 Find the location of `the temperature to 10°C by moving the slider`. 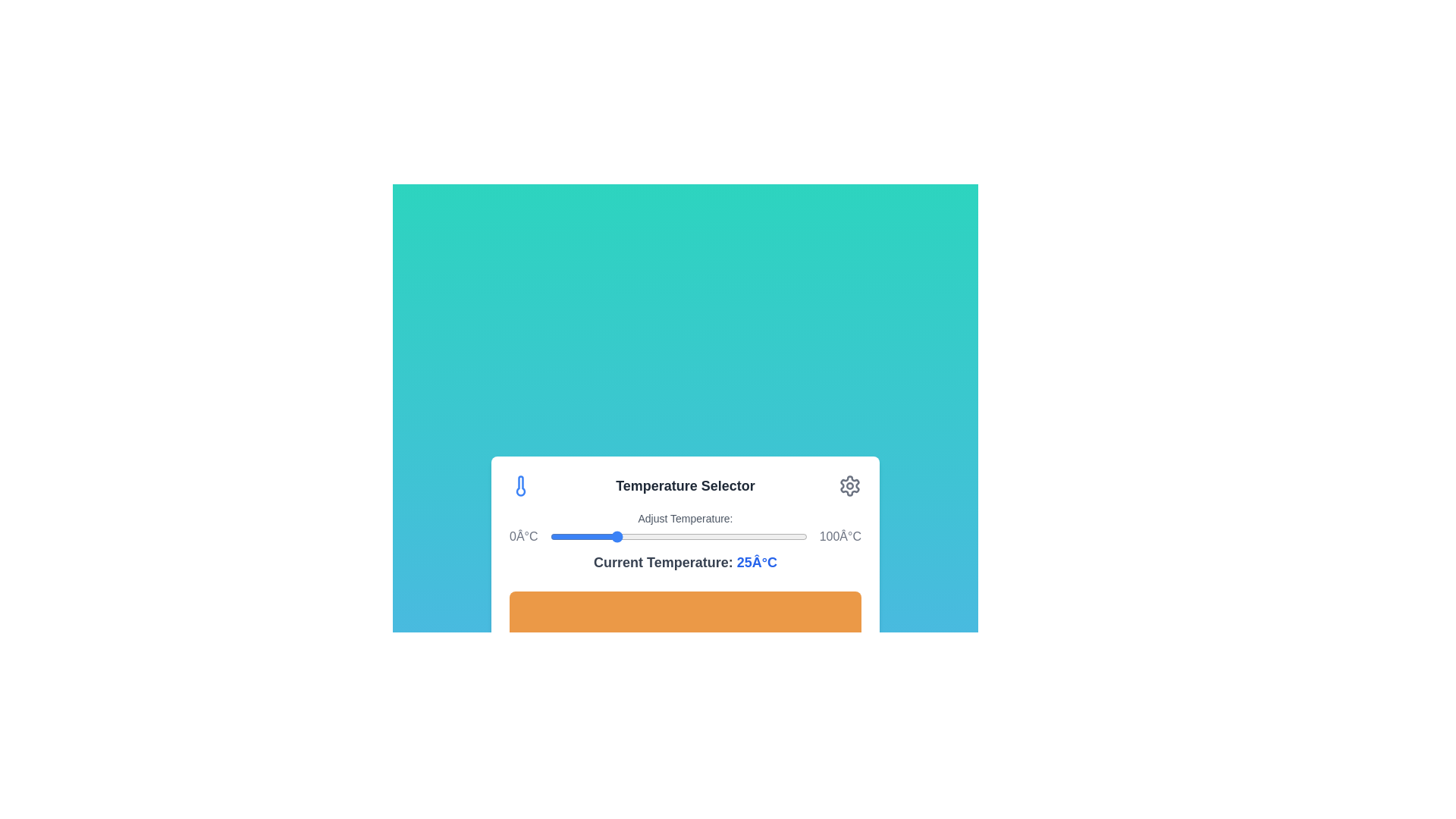

the temperature to 10°C by moving the slider is located at coordinates (574, 536).